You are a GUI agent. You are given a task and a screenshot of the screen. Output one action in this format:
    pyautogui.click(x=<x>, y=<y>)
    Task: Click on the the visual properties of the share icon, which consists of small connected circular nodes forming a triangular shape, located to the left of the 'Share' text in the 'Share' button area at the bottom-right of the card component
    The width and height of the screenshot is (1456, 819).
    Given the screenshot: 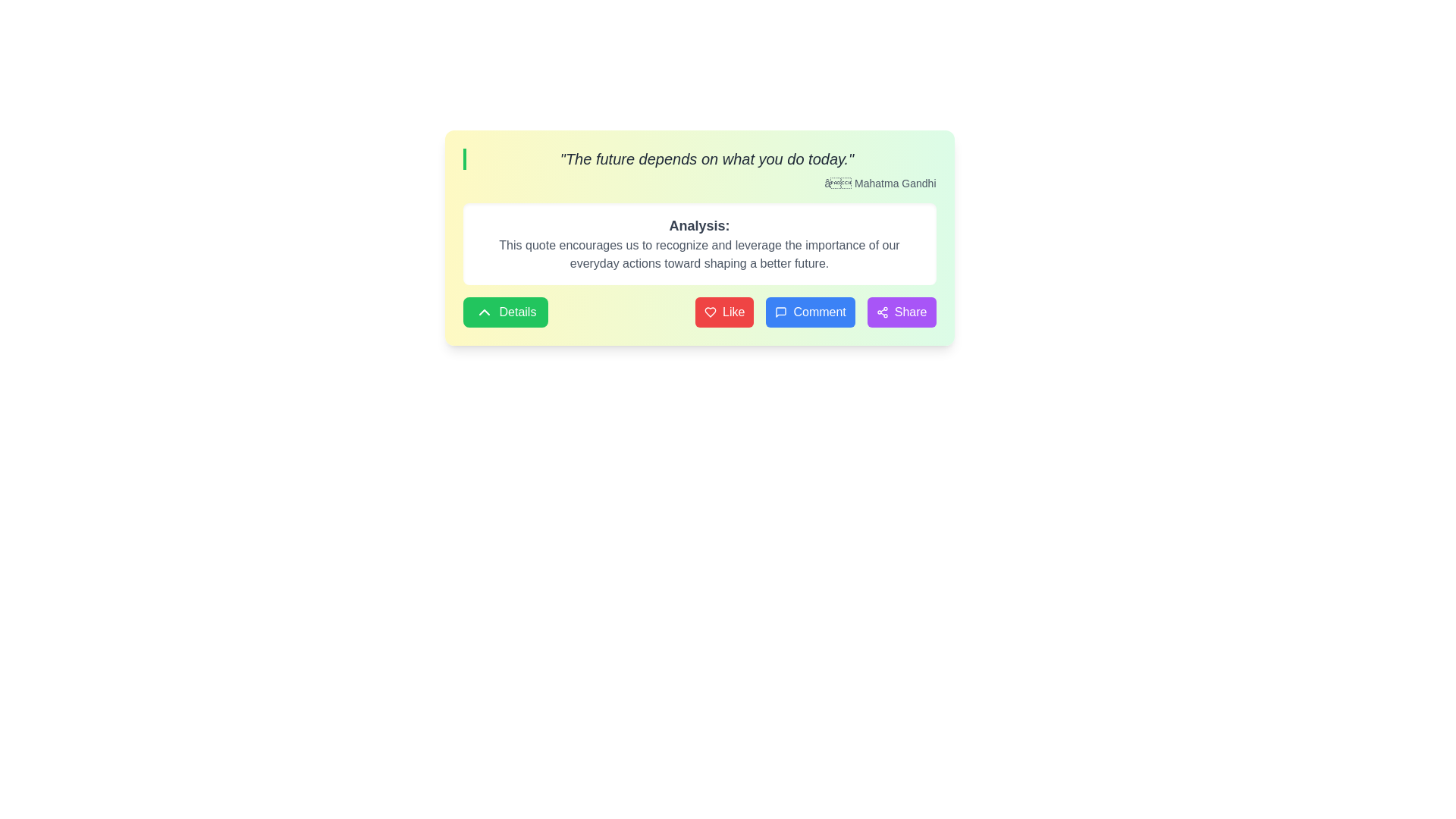 What is the action you would take?
    pyautogui.click(x=882, y=312)
    